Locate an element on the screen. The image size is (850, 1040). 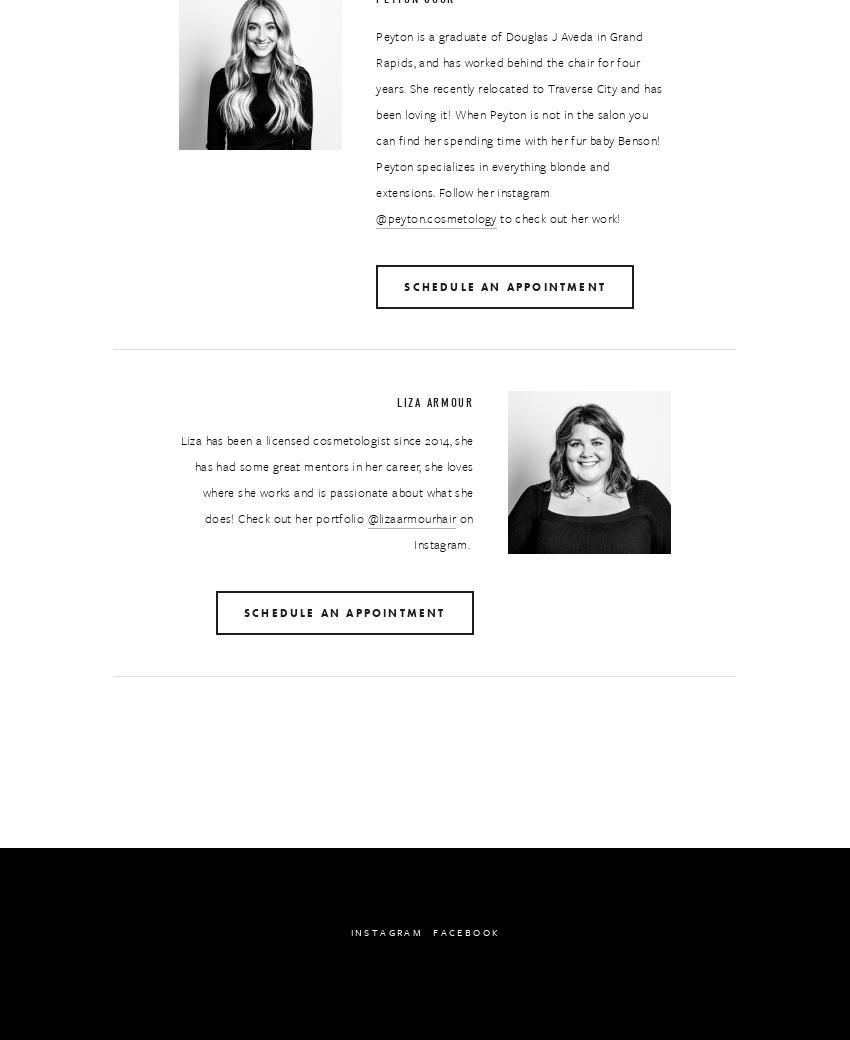
'on Instagram.' is located at coordinates (444, 530).